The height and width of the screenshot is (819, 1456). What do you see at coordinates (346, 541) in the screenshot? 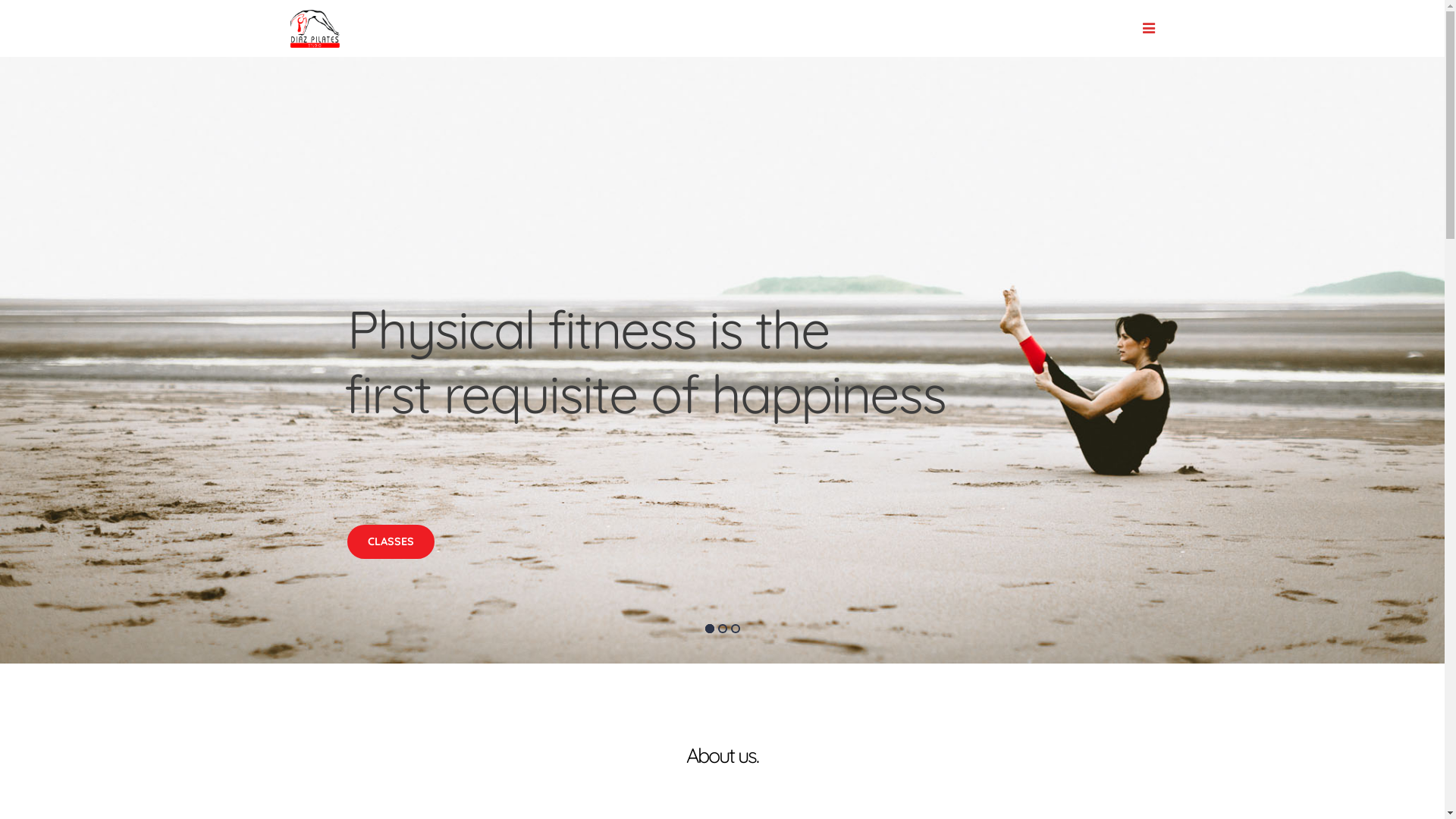
I see `'CLASSES'` at bounding box center [346, 541].